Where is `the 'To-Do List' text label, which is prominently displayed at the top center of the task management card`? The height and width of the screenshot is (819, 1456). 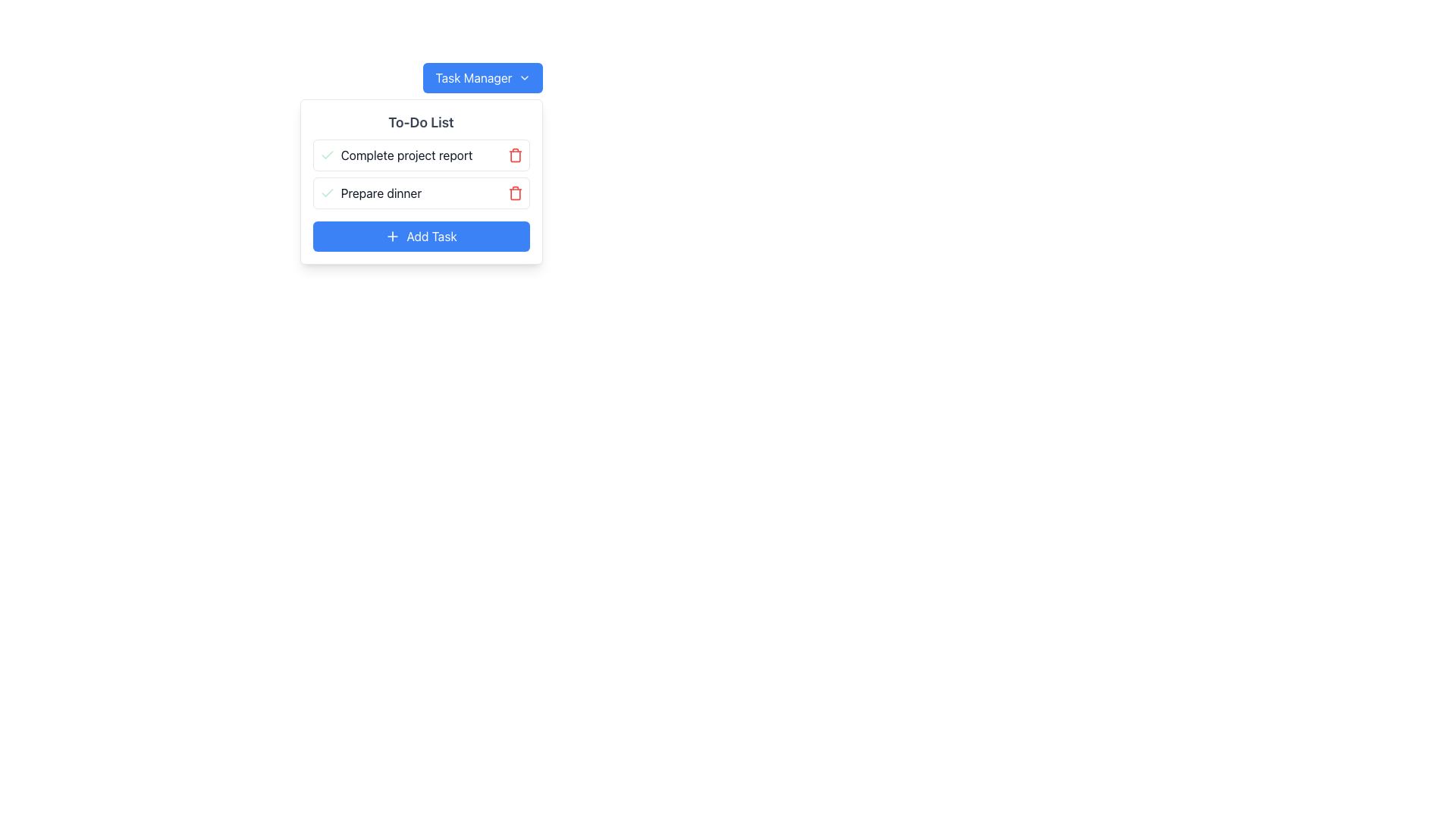
the 'To-Do List' text label, which is prominently displayed at the top center of the task management card is located at coordinates (421, 122).